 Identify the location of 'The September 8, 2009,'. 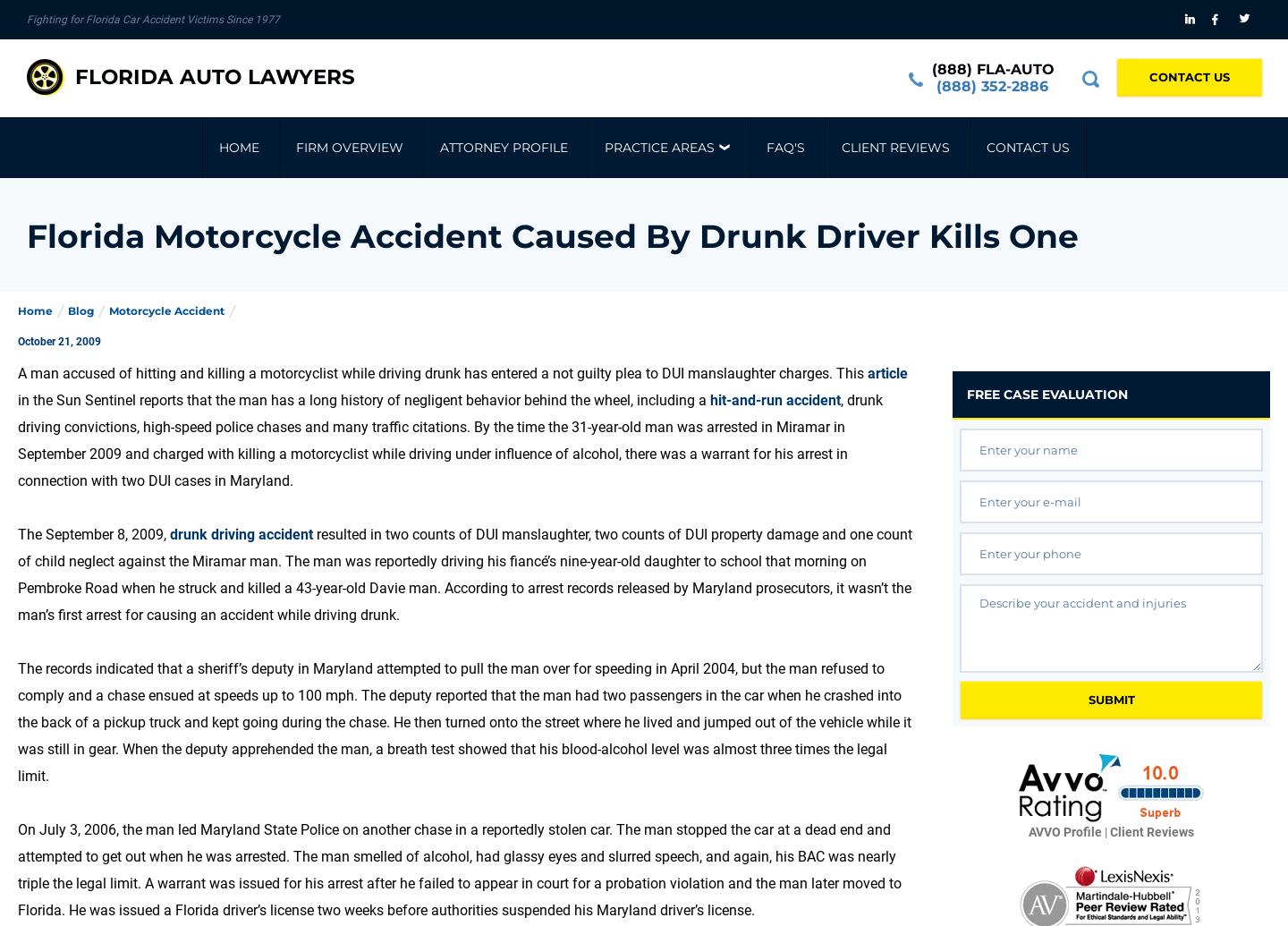
(17, 533).